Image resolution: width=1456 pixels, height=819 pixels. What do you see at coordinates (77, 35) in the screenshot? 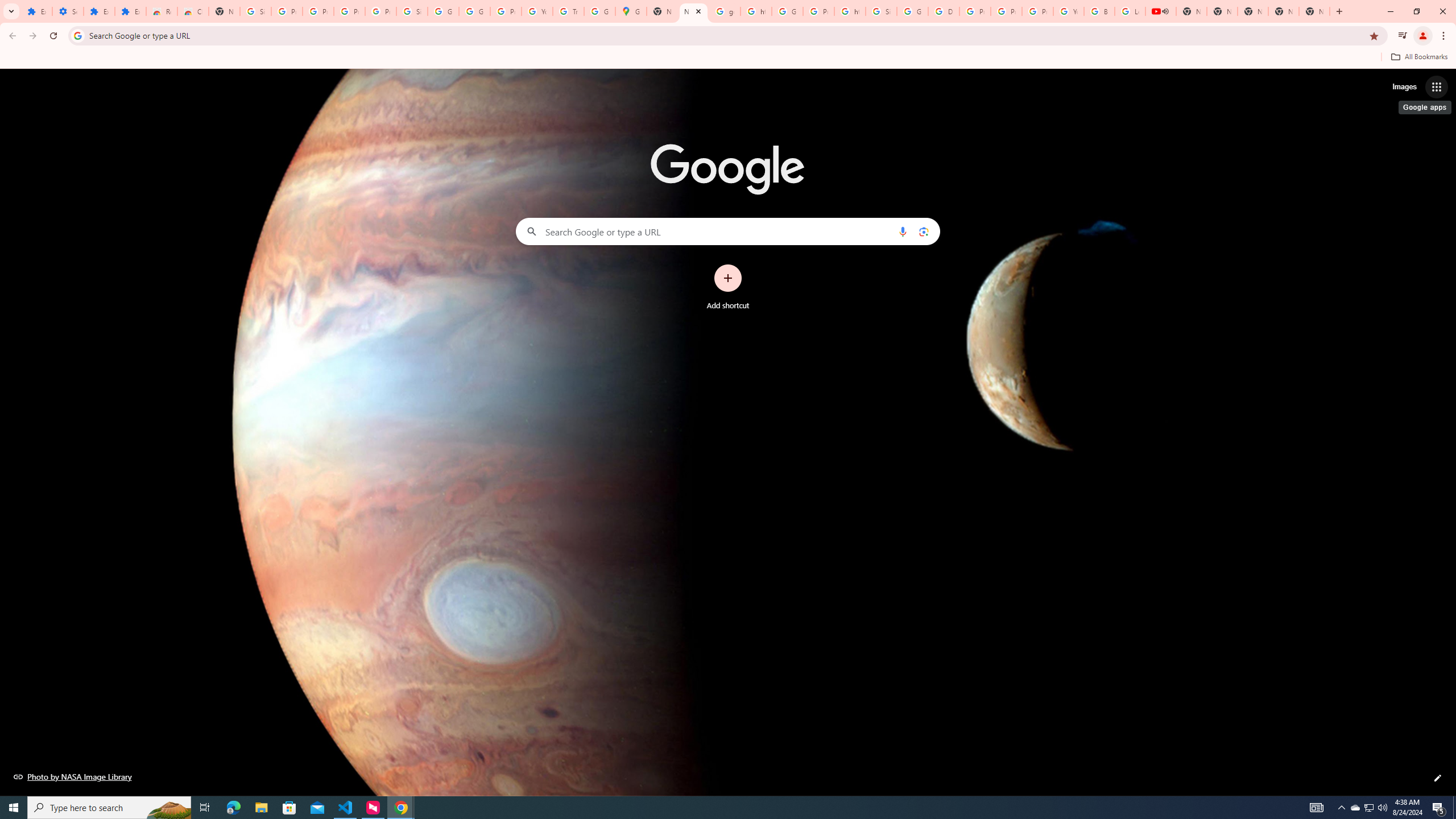
I see `'Search icon'` at bounding box center [77, 35].